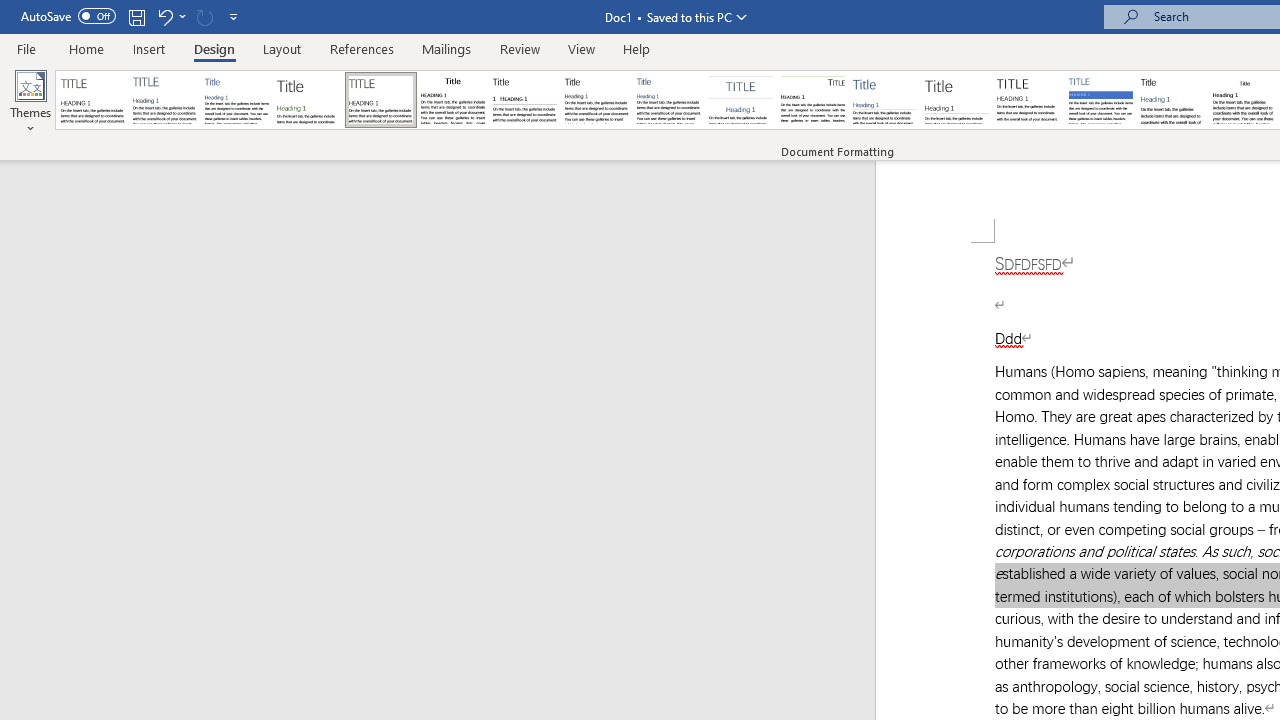  Describe the element at coordinates (1173, 100) in the screenshot. I see `'Word'` at that location.